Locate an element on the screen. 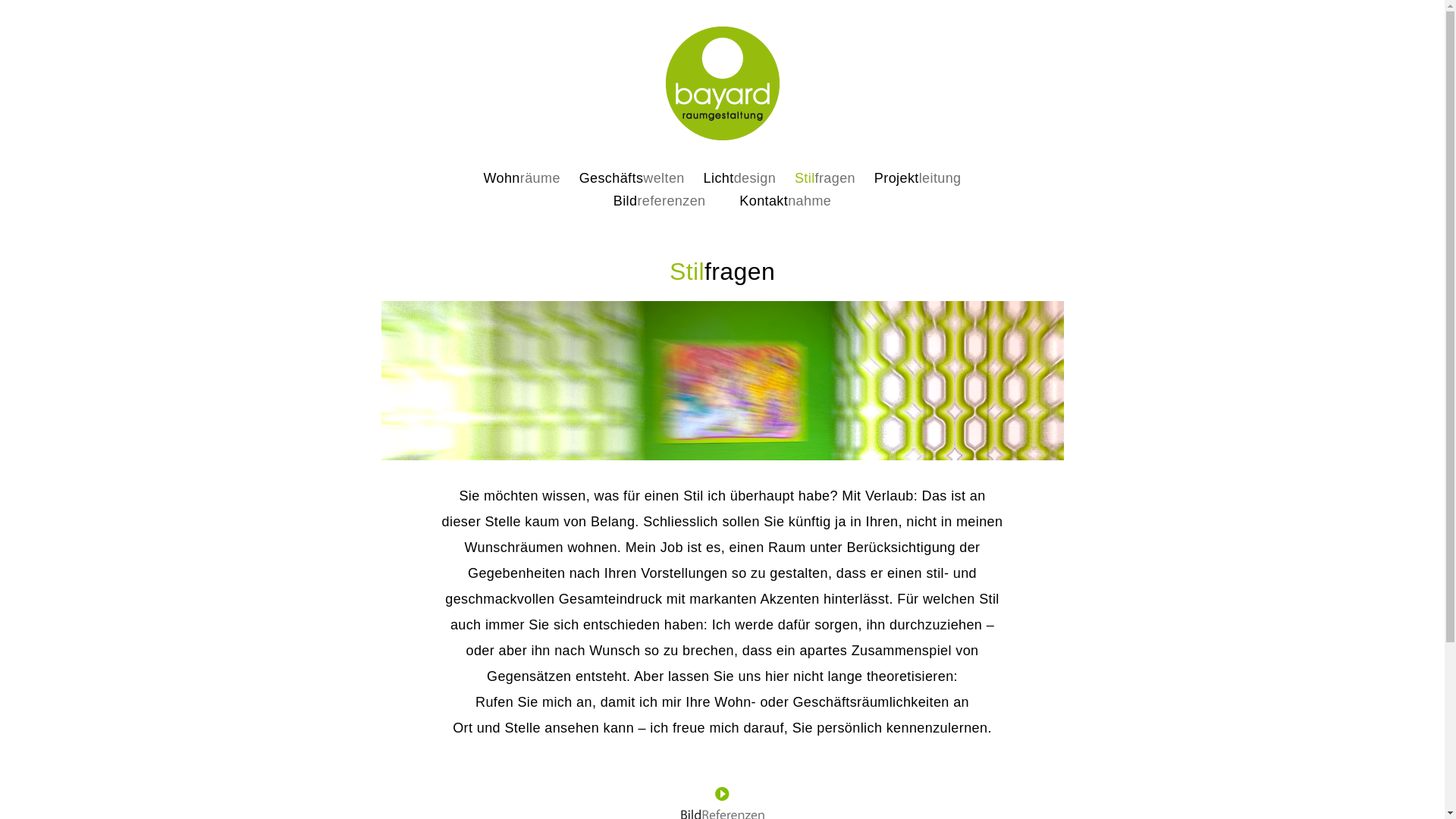 This screenshot has height=819, width=1456. 'Bildreferenzen' is located at coordinates (659, 200).